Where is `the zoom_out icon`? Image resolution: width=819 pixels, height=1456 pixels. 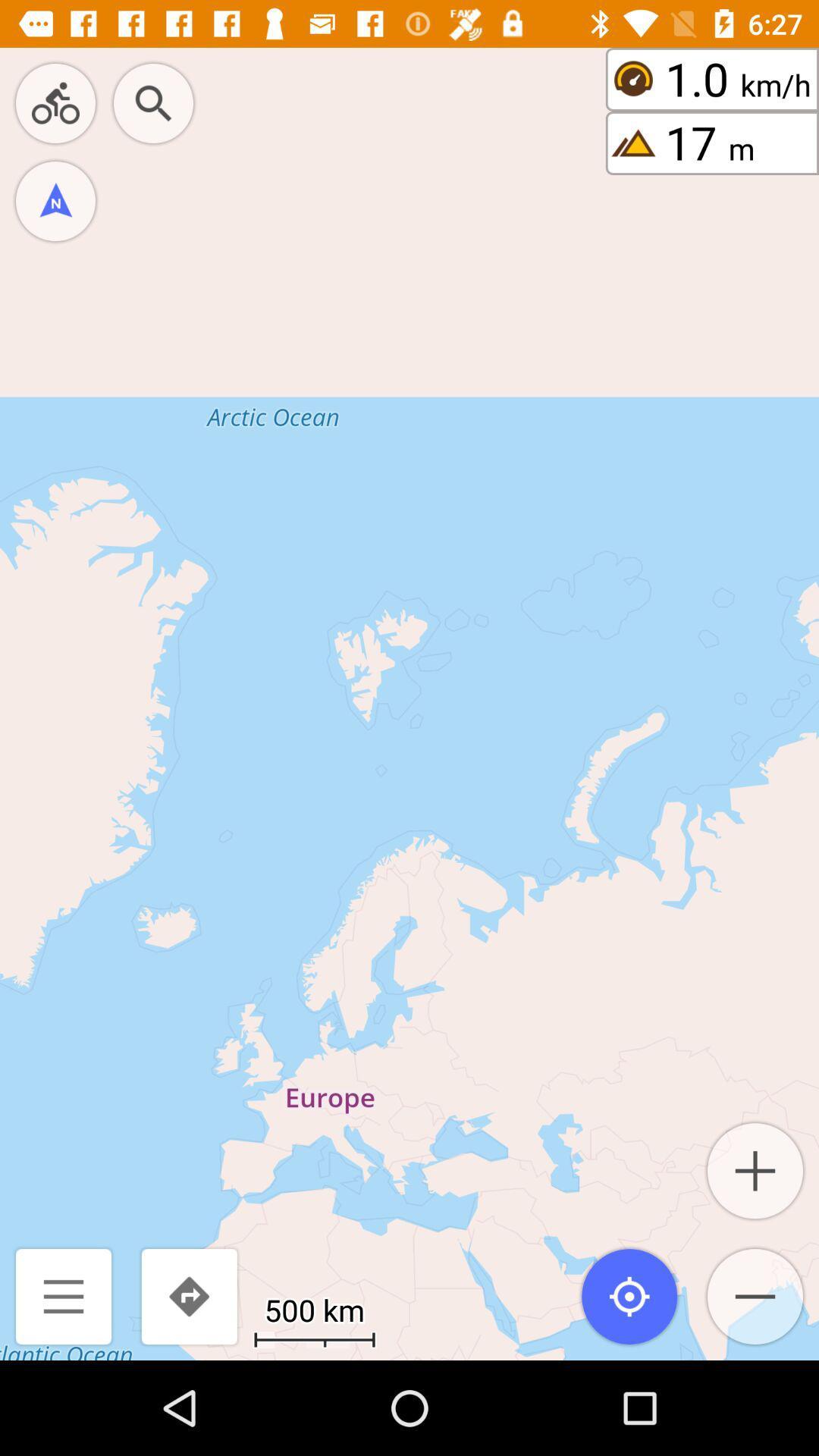 the zoom_out icon is located at coordinates (755, 1295).